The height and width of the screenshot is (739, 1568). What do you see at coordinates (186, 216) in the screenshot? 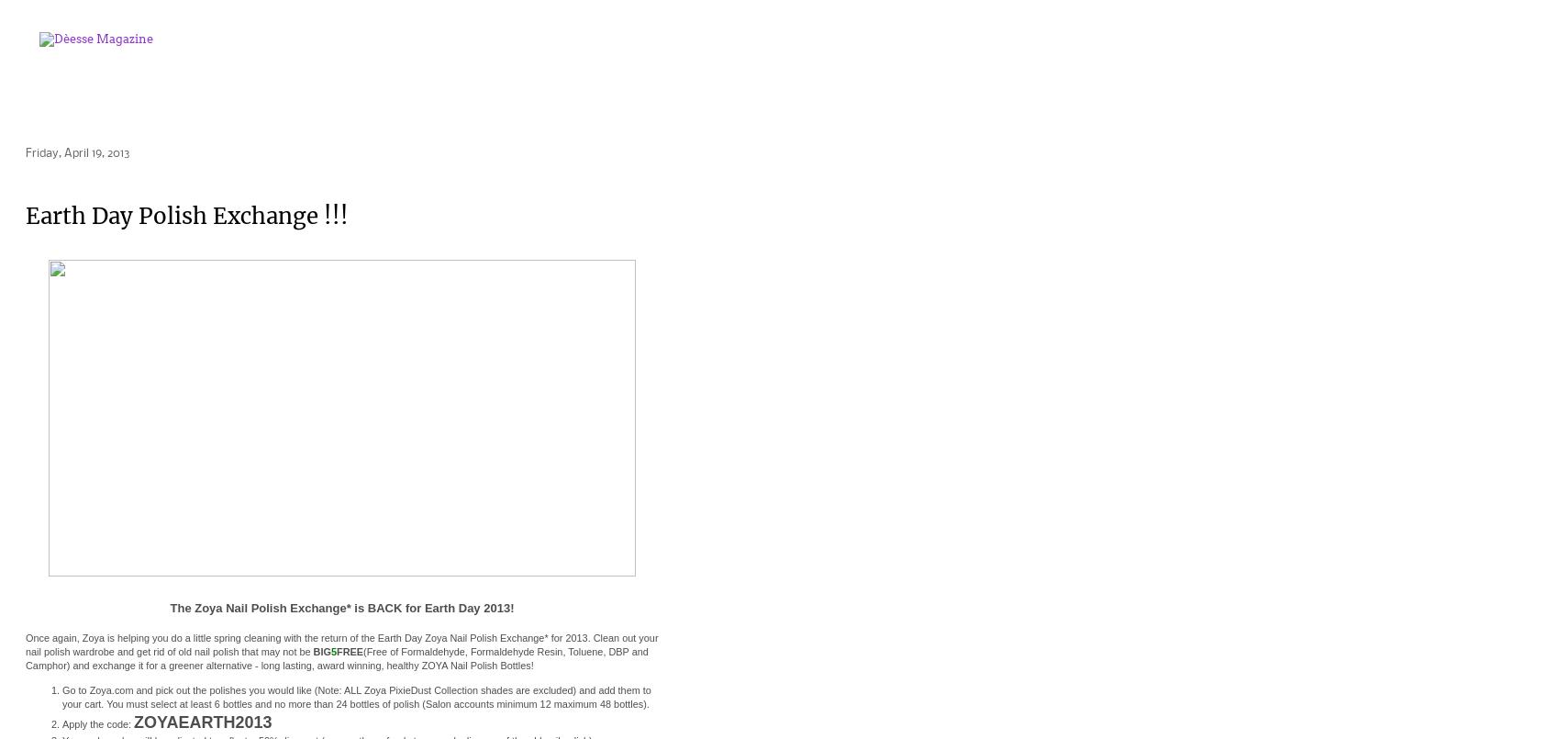
I see `'Earth Day Polish Exchange !!!'` at bounding box center [186, 216].